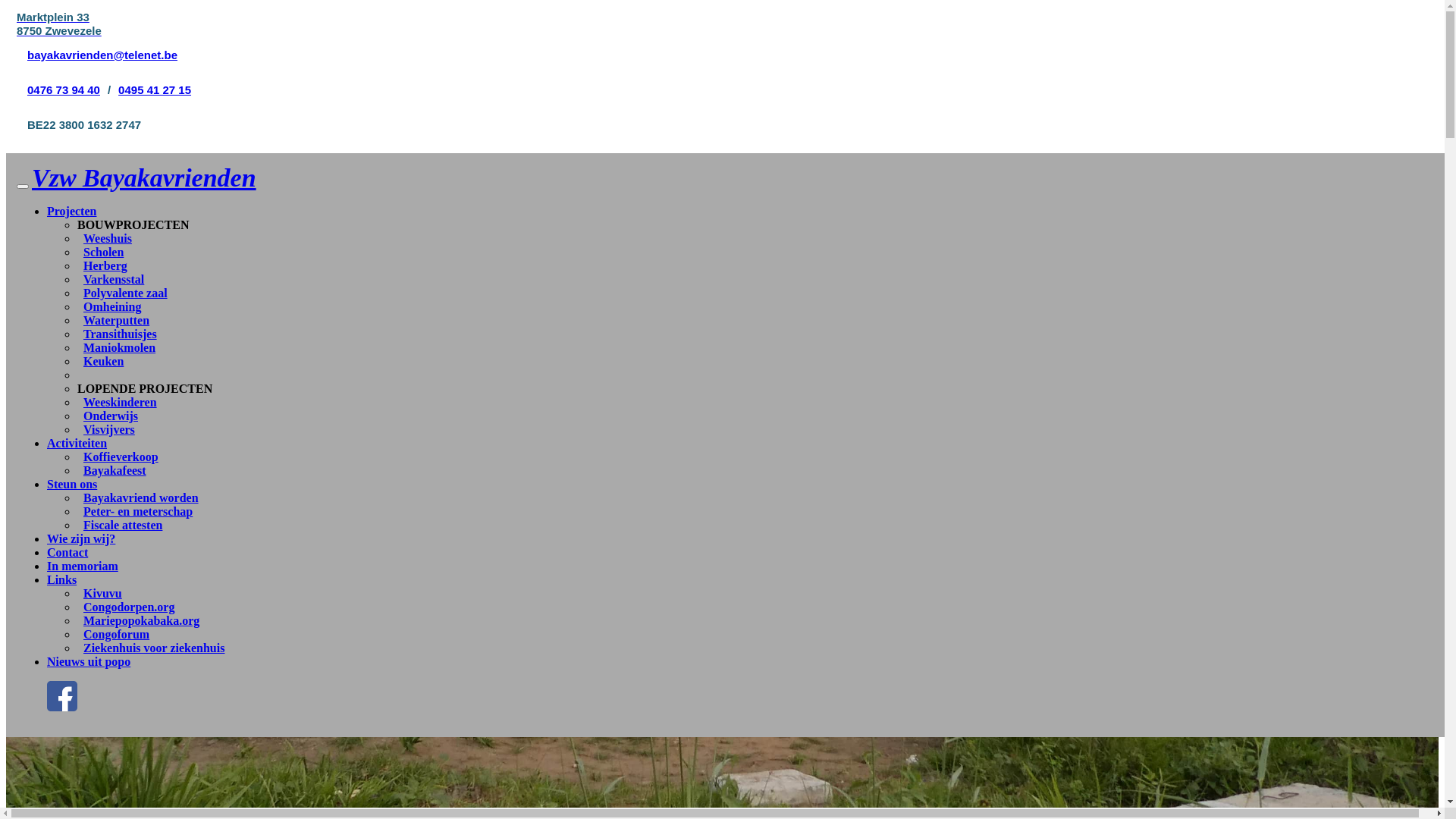  Describe the element at coordinates (101, 265) in the screenshot. I see `'Herberg'` at that location.